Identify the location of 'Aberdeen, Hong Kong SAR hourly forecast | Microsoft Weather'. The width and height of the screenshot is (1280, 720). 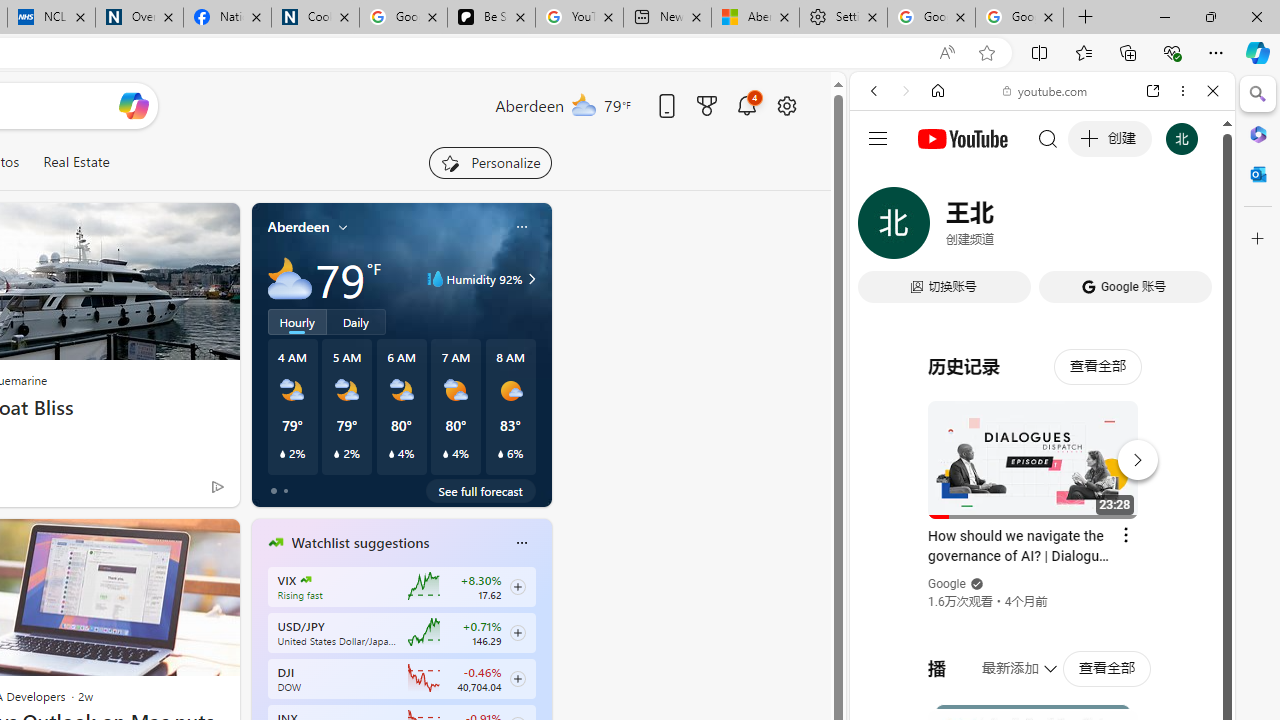
(754, 17).